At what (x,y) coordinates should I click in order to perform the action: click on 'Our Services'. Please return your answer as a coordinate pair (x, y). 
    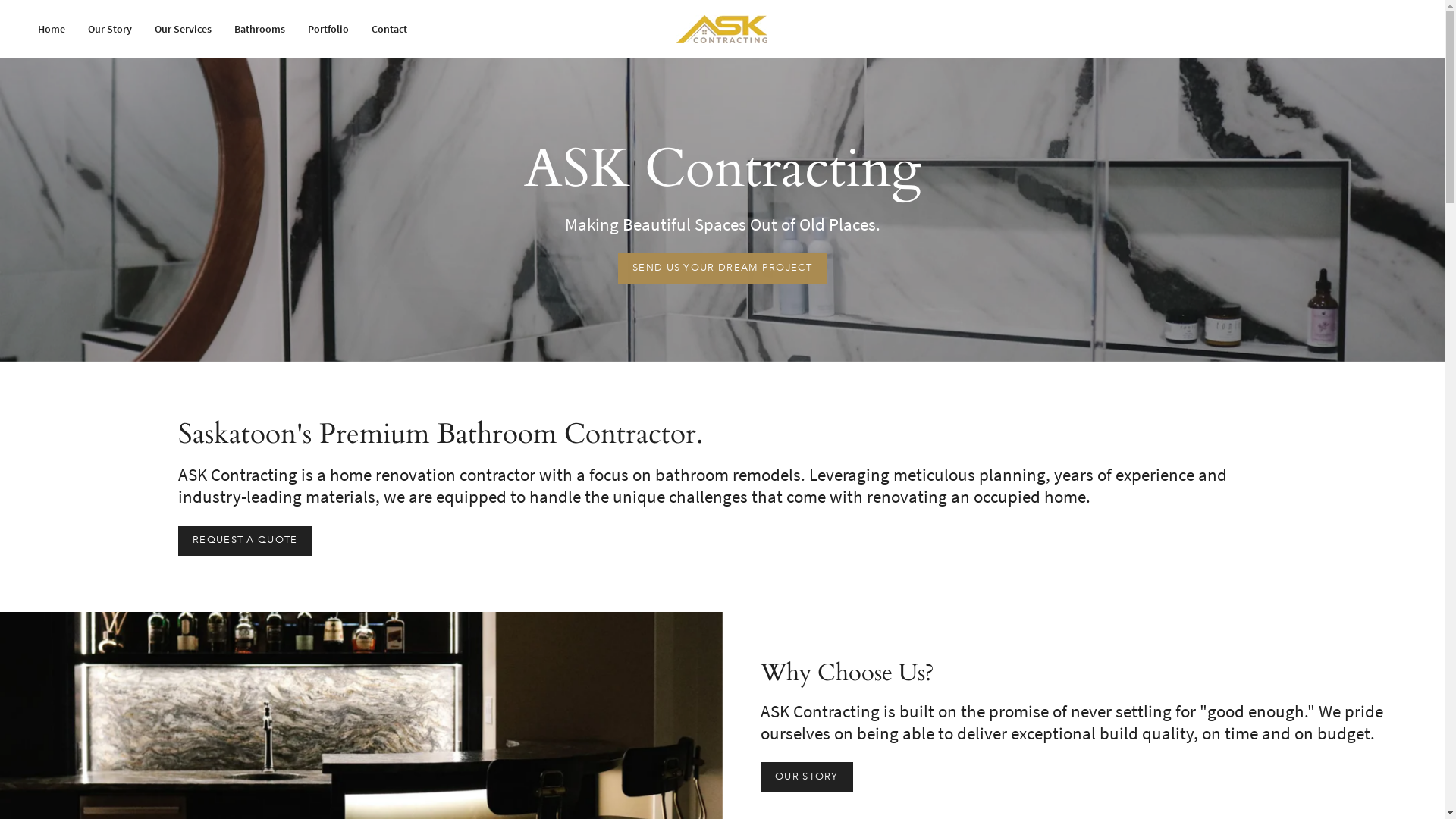
    Looking at the image, I should click on (182, 29).